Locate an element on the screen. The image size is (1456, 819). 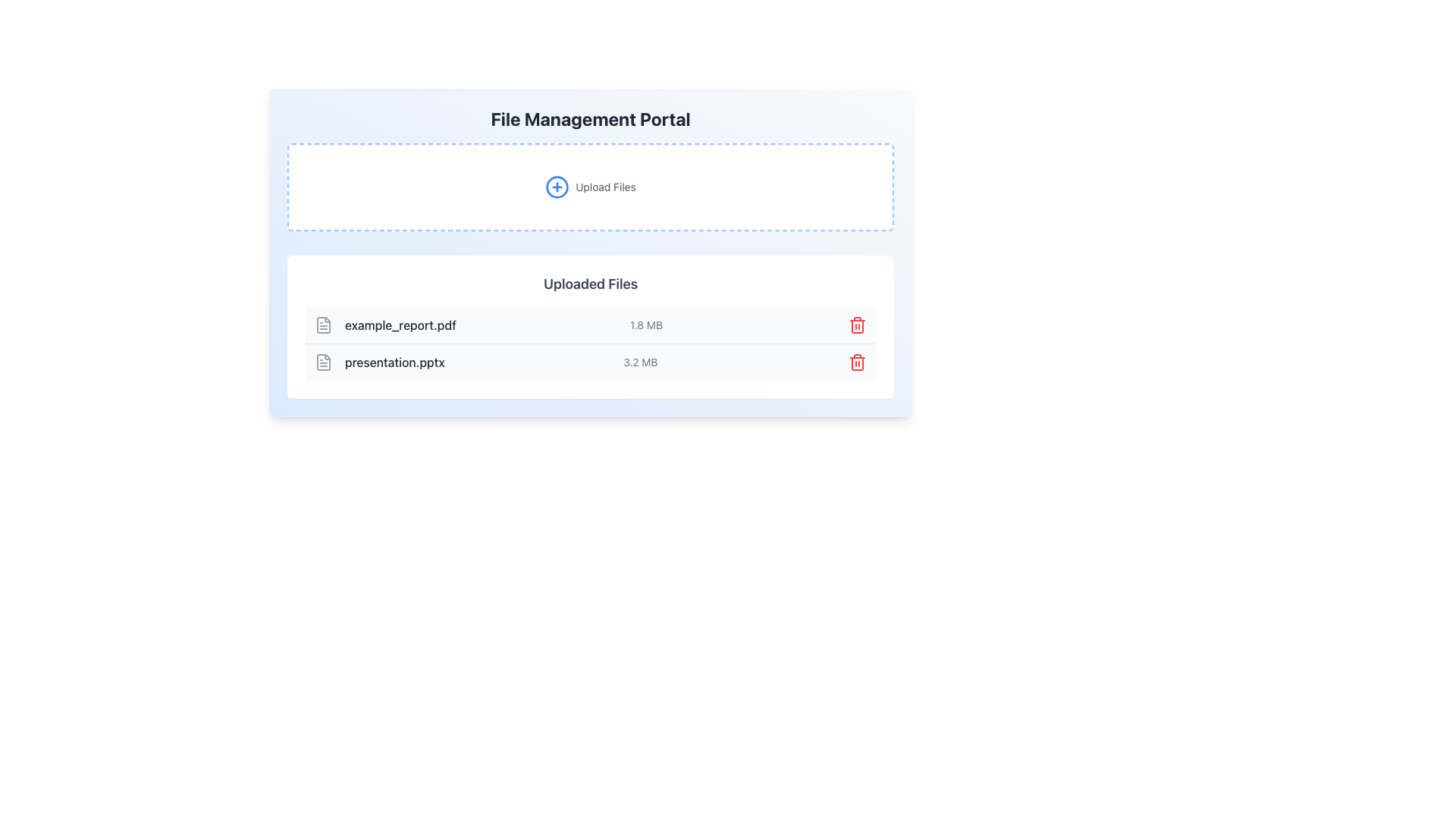
the text label displaying the filename 'example_report.pdf', which is styled with medium font weight and dark gray color, located as the first filename under the 'Uploaded Files' section is located at coordinates (400, 324).